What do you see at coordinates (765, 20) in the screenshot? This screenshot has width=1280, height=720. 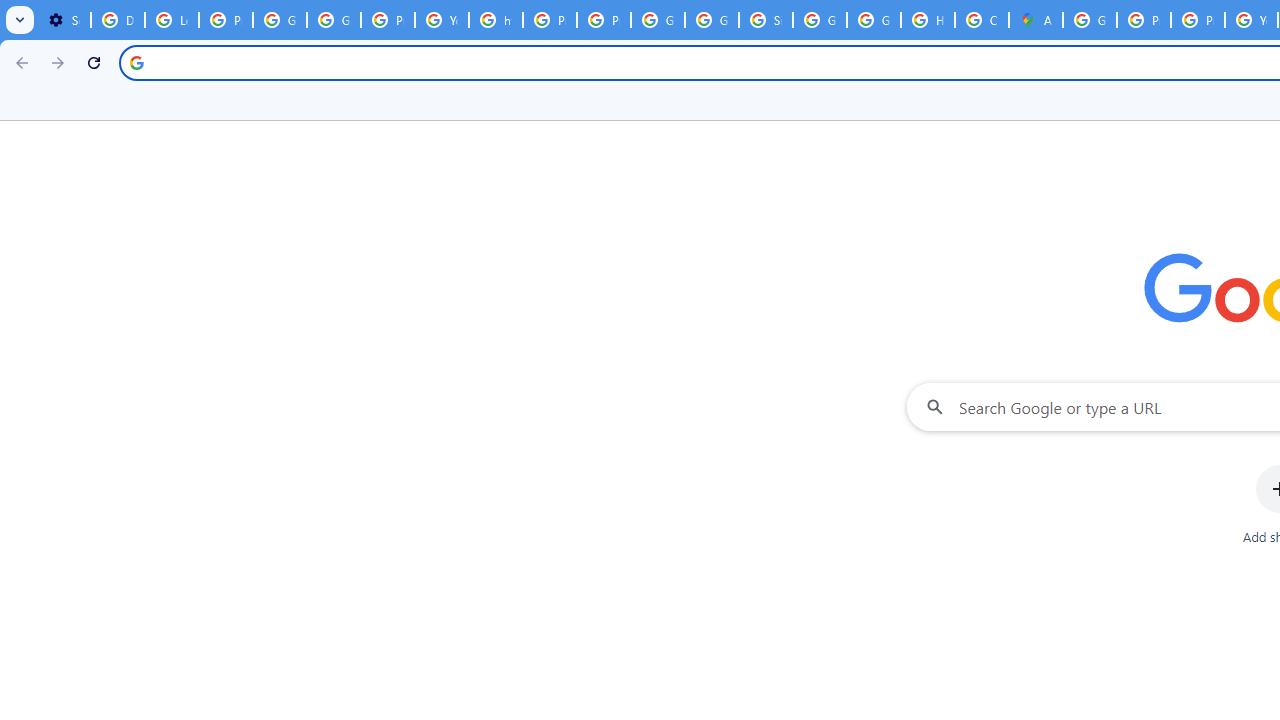 I see `'Sign in - Google Accounts'` at bounding box center [765, 20].